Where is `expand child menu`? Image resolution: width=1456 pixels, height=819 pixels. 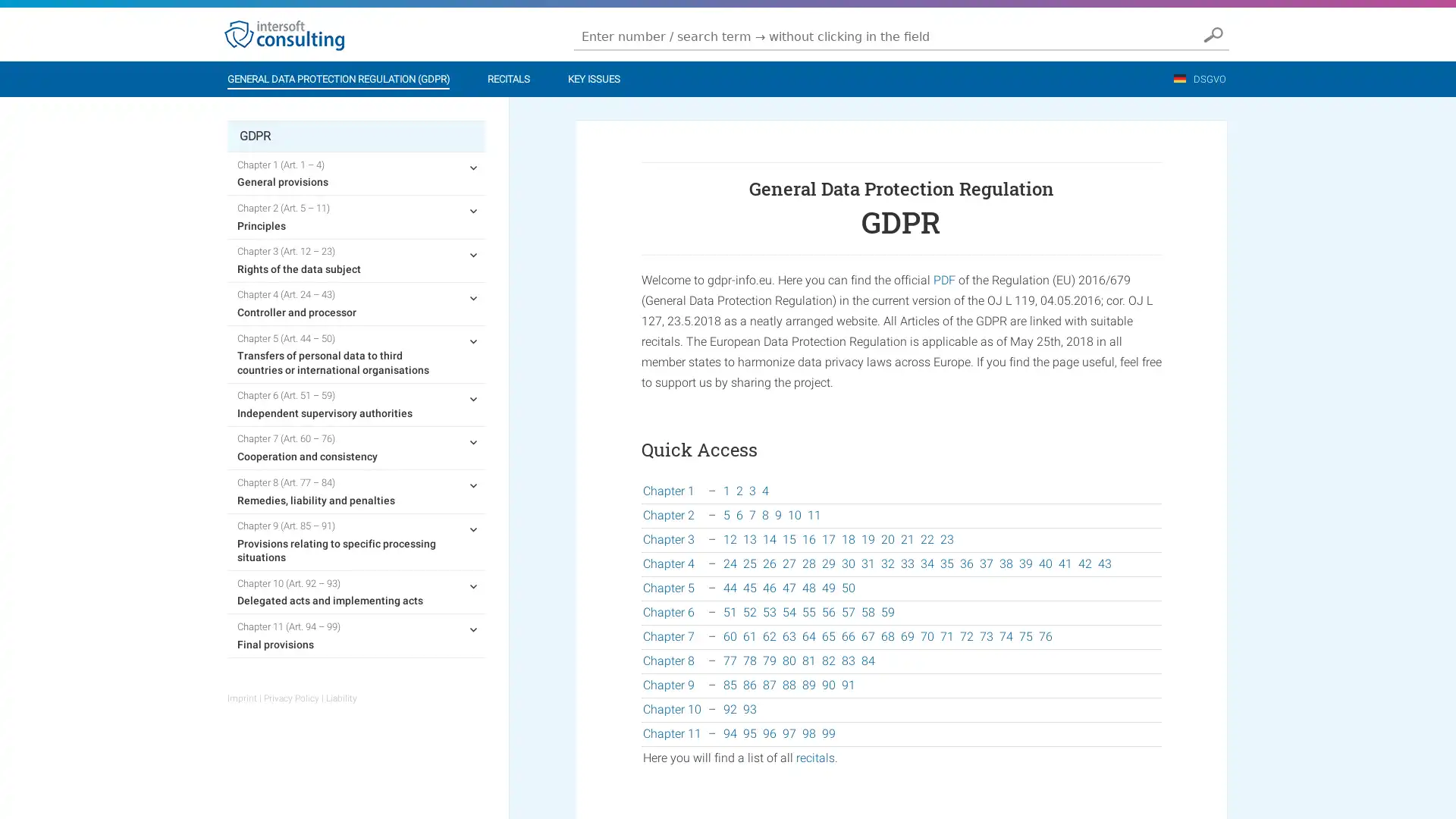 expand child menu is located at coordinates (472, 528).